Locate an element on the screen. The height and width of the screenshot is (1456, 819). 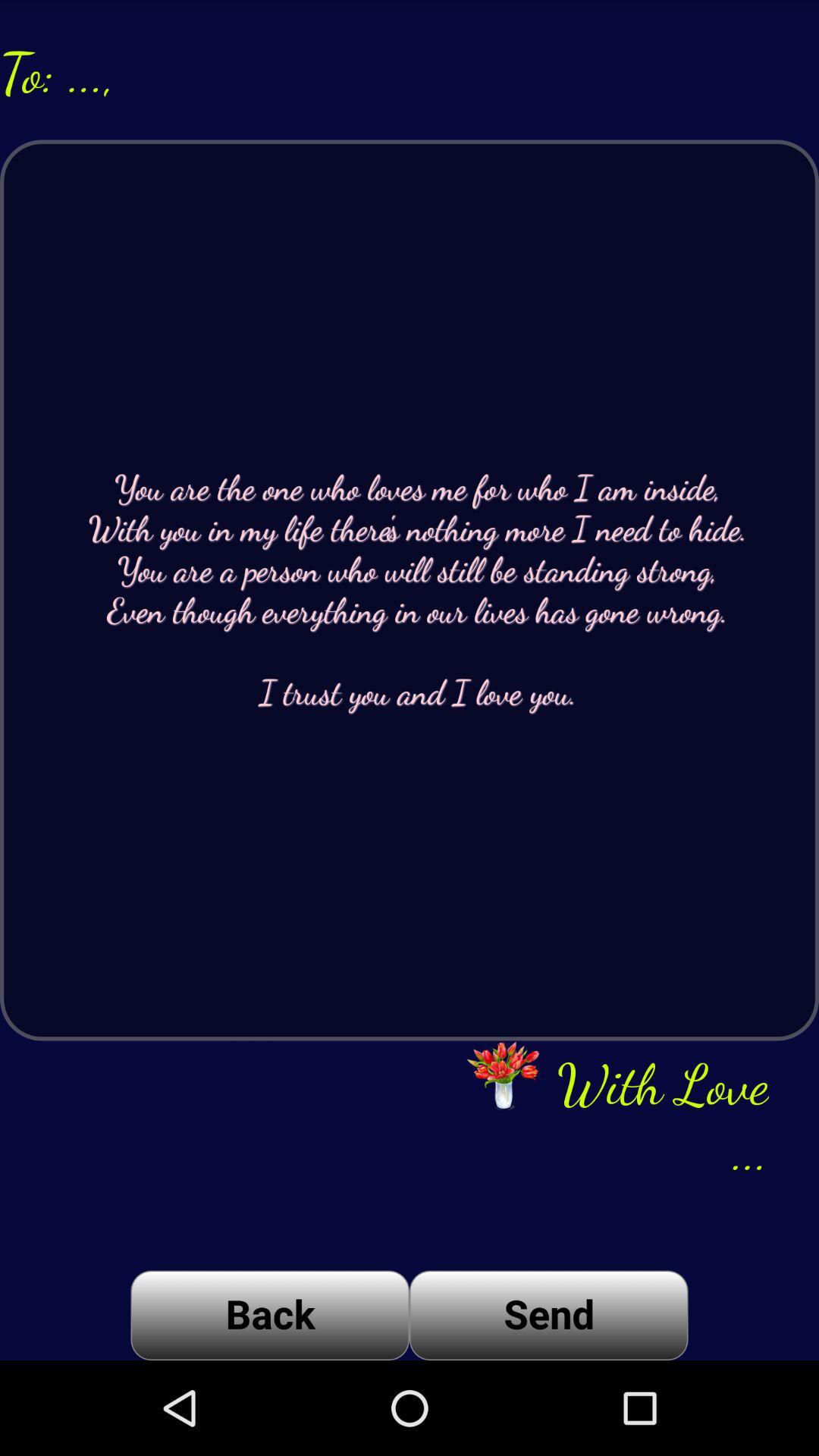
the icon to the left of send icon is located at coordinates (269, 1314).